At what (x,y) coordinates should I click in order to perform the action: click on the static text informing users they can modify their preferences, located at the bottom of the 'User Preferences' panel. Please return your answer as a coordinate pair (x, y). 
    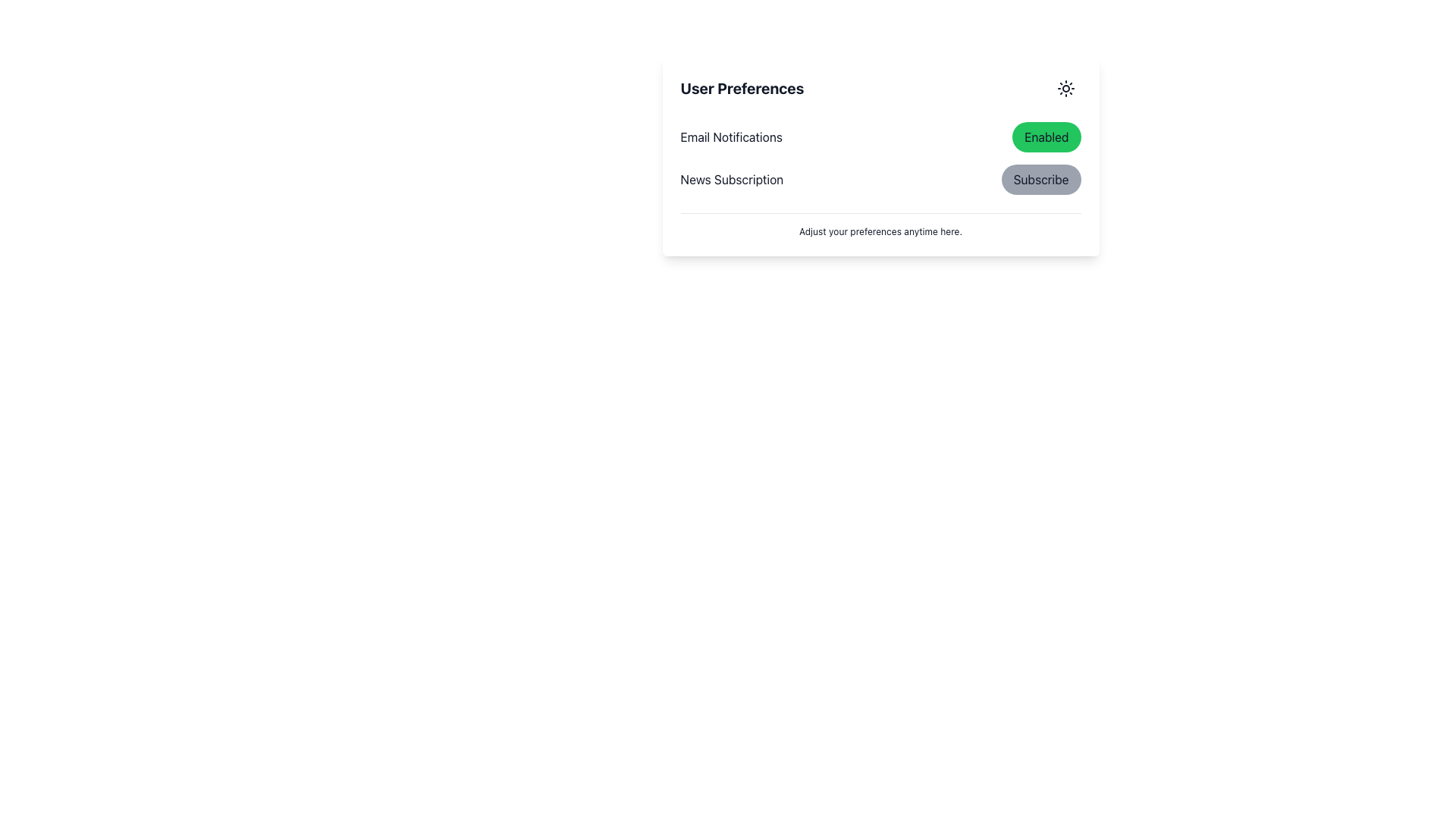
    Looking at the image, I should click on (880, 225).